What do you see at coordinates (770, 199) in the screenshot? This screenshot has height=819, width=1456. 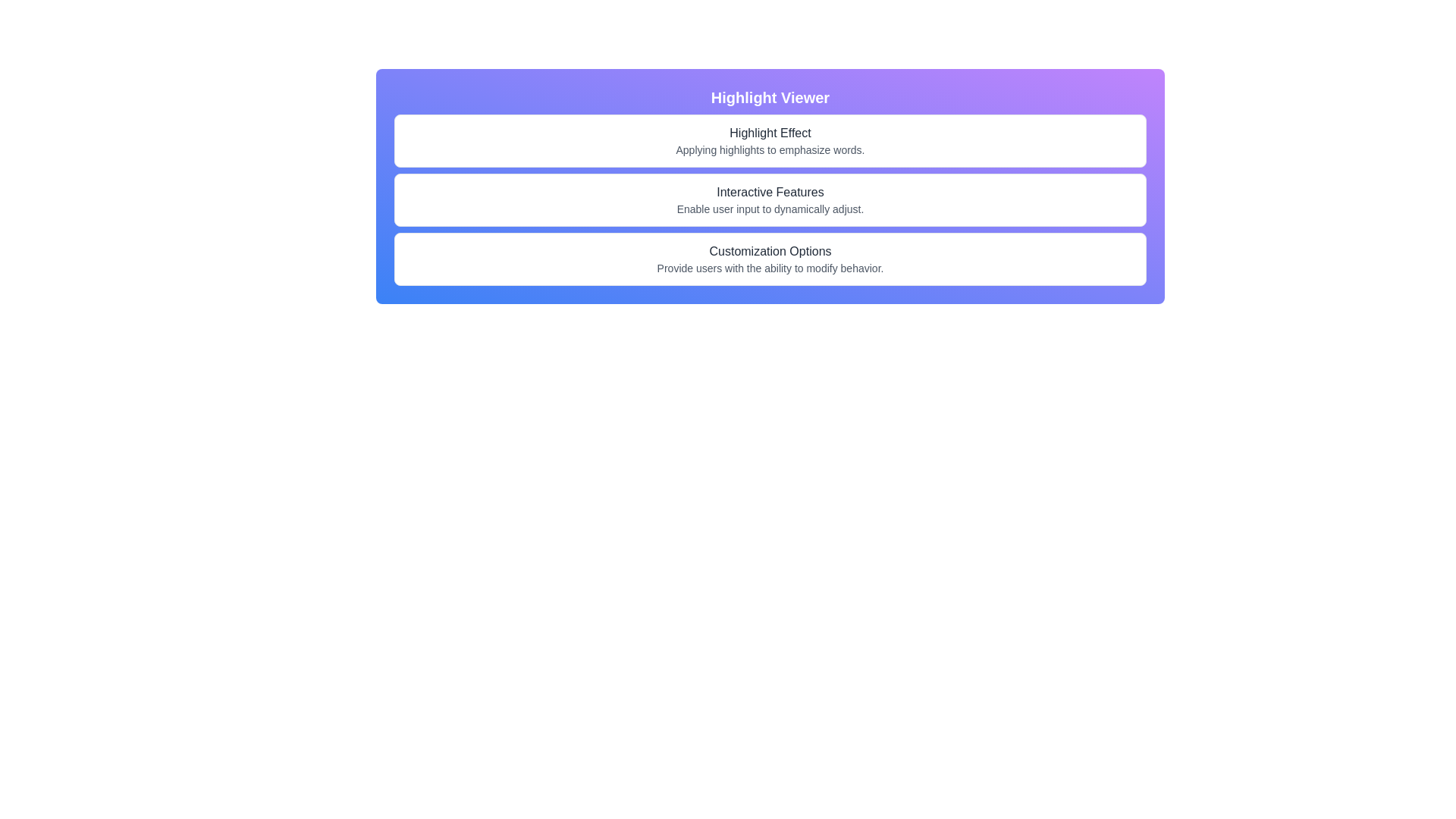 I see `the text card labeled 'Interactive Features' which is a white rectangular box with rounded corners containing a title and description, positioned between 'Highlight Effect' and 'Customization Options' in the 'Highlight Viewer' section` at bounding box center [770, 199].